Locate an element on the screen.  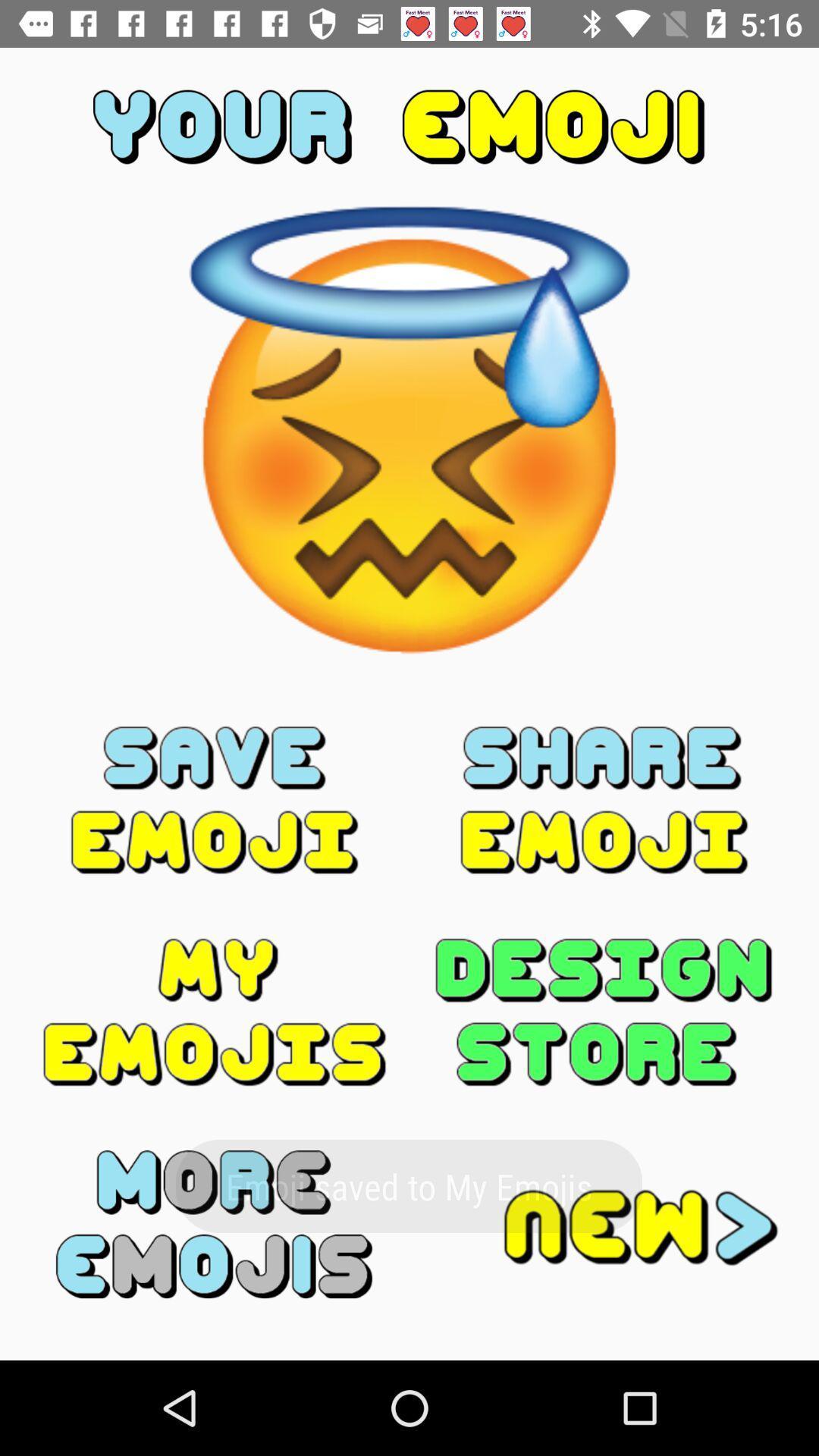
share the emoji is located at coordinates (603, 799).